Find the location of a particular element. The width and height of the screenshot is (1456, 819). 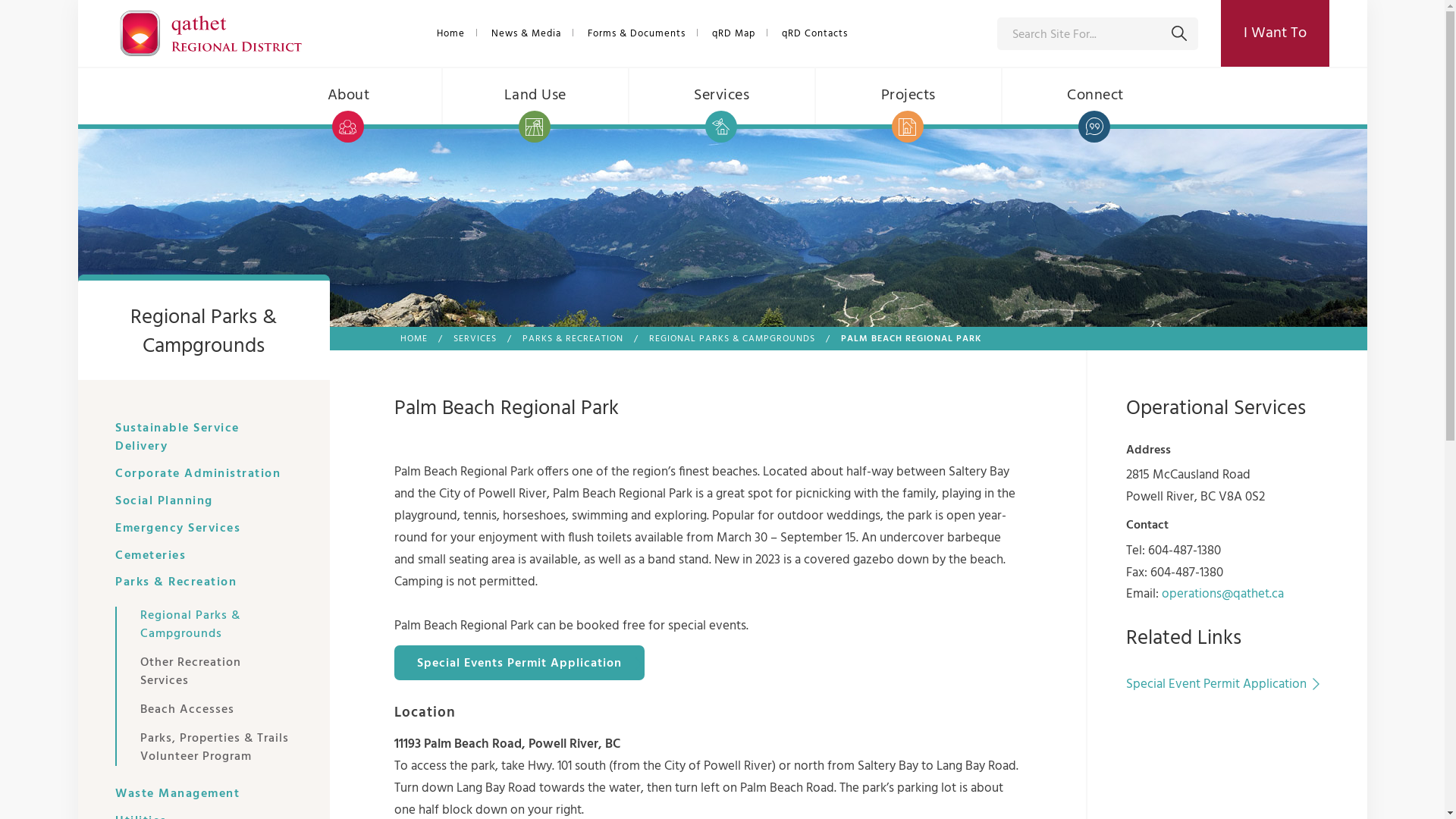

'About' is located at coordinates (348, 96).